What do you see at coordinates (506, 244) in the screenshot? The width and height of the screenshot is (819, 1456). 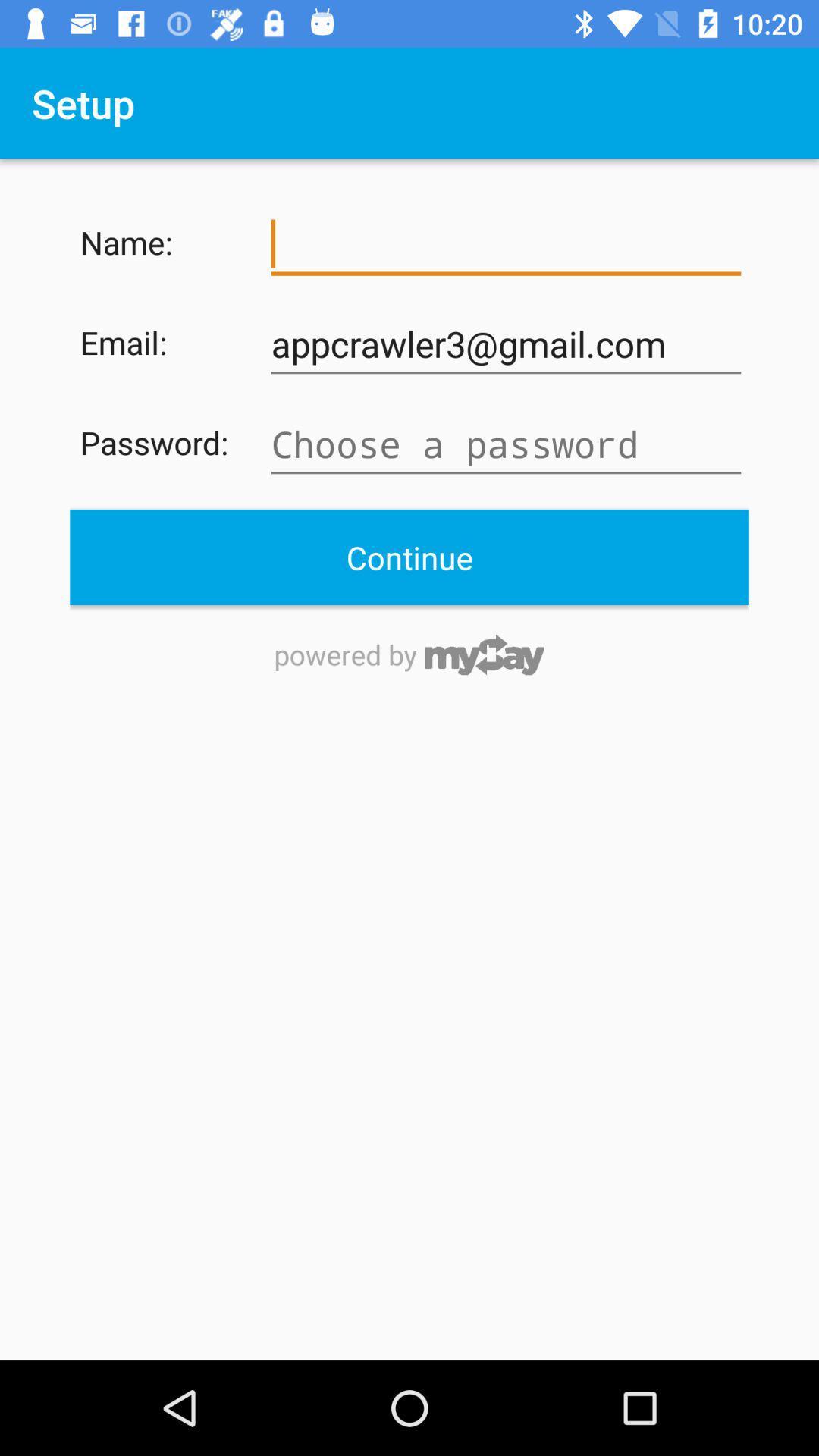 I see `name option` at bounding box center [506, 244].